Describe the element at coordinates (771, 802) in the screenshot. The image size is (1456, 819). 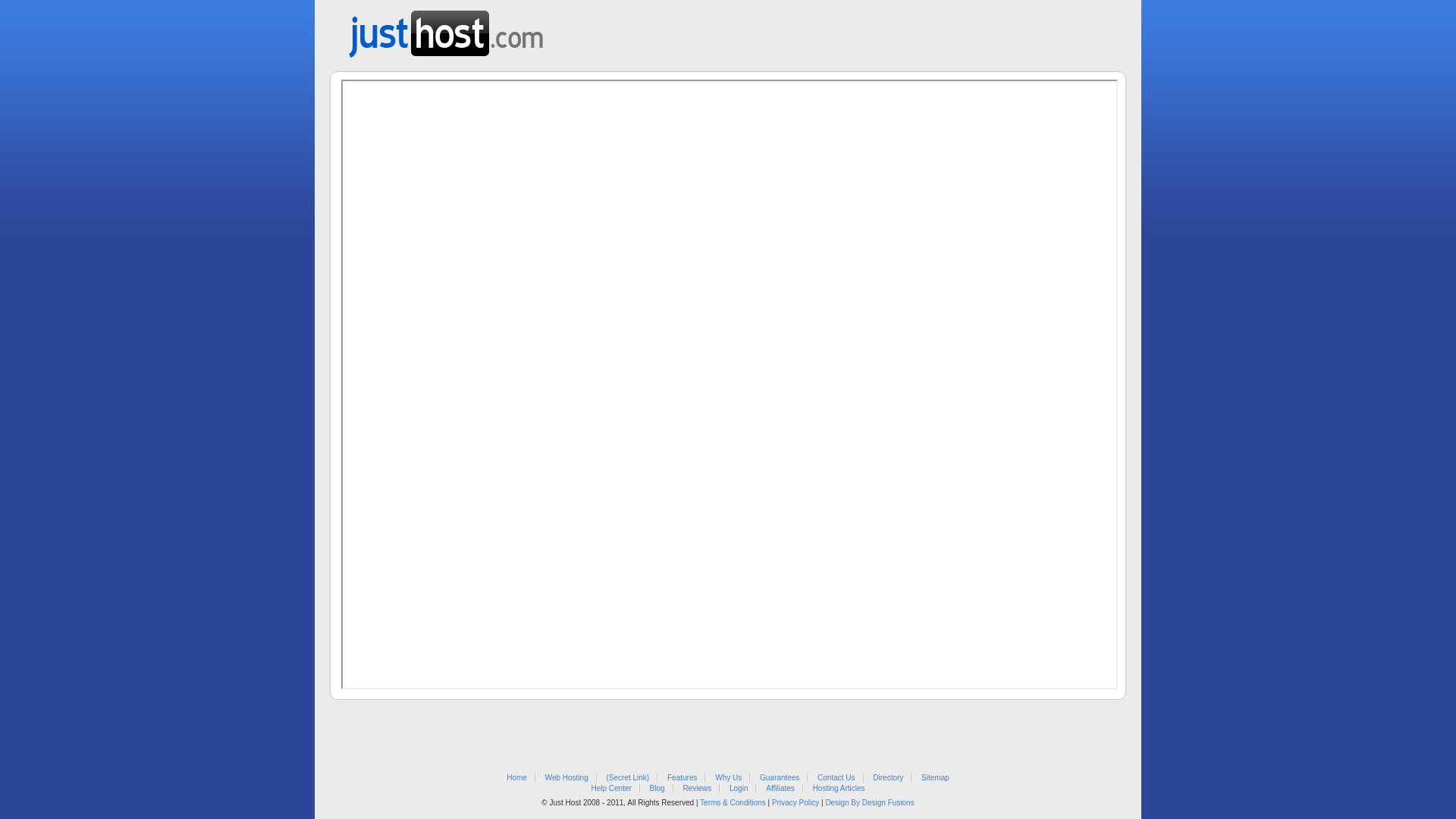
I see `'Privacy Policy'` at that location.